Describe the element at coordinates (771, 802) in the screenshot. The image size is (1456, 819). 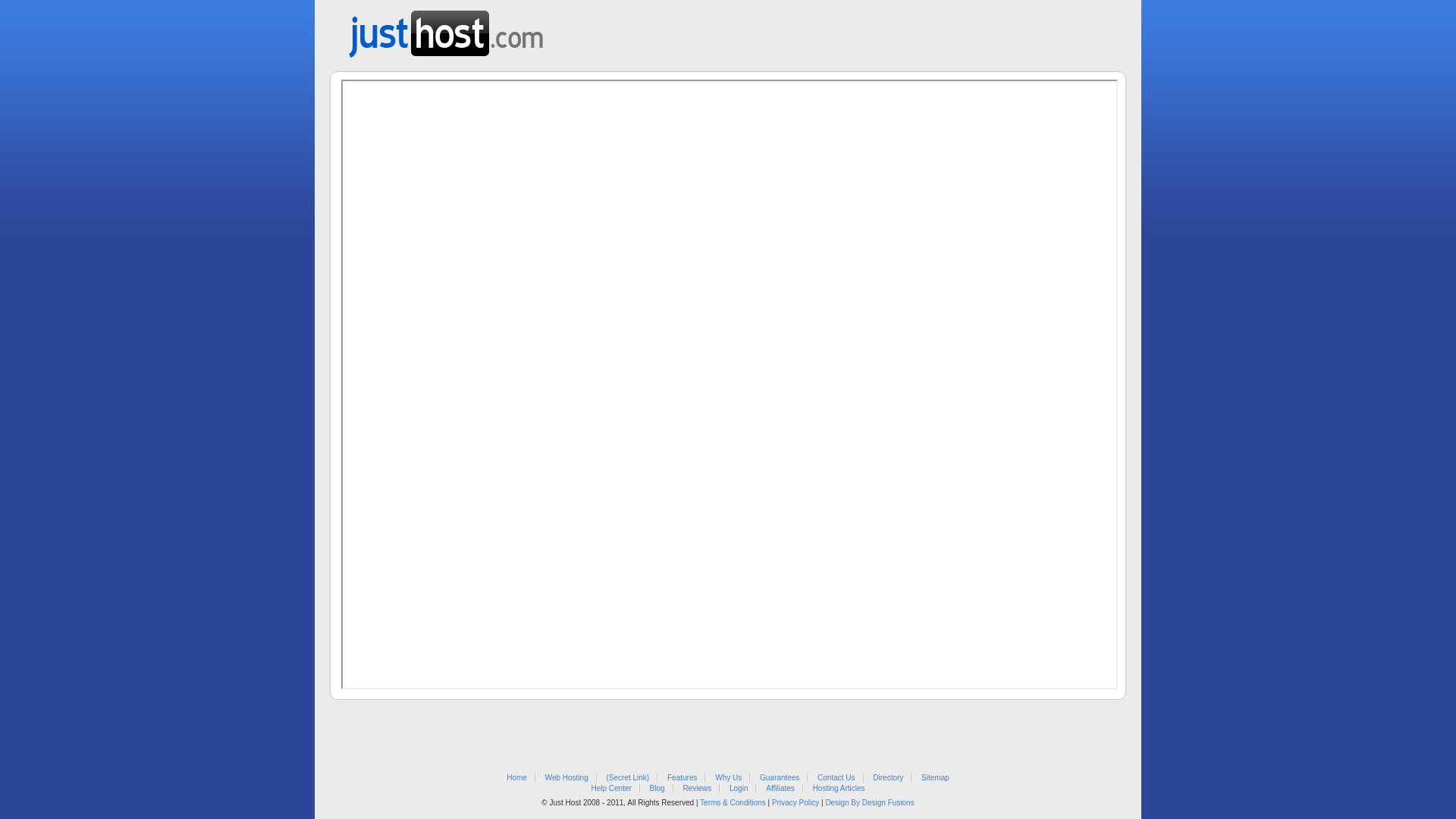
I see `'Privacy Policy'` at that location.